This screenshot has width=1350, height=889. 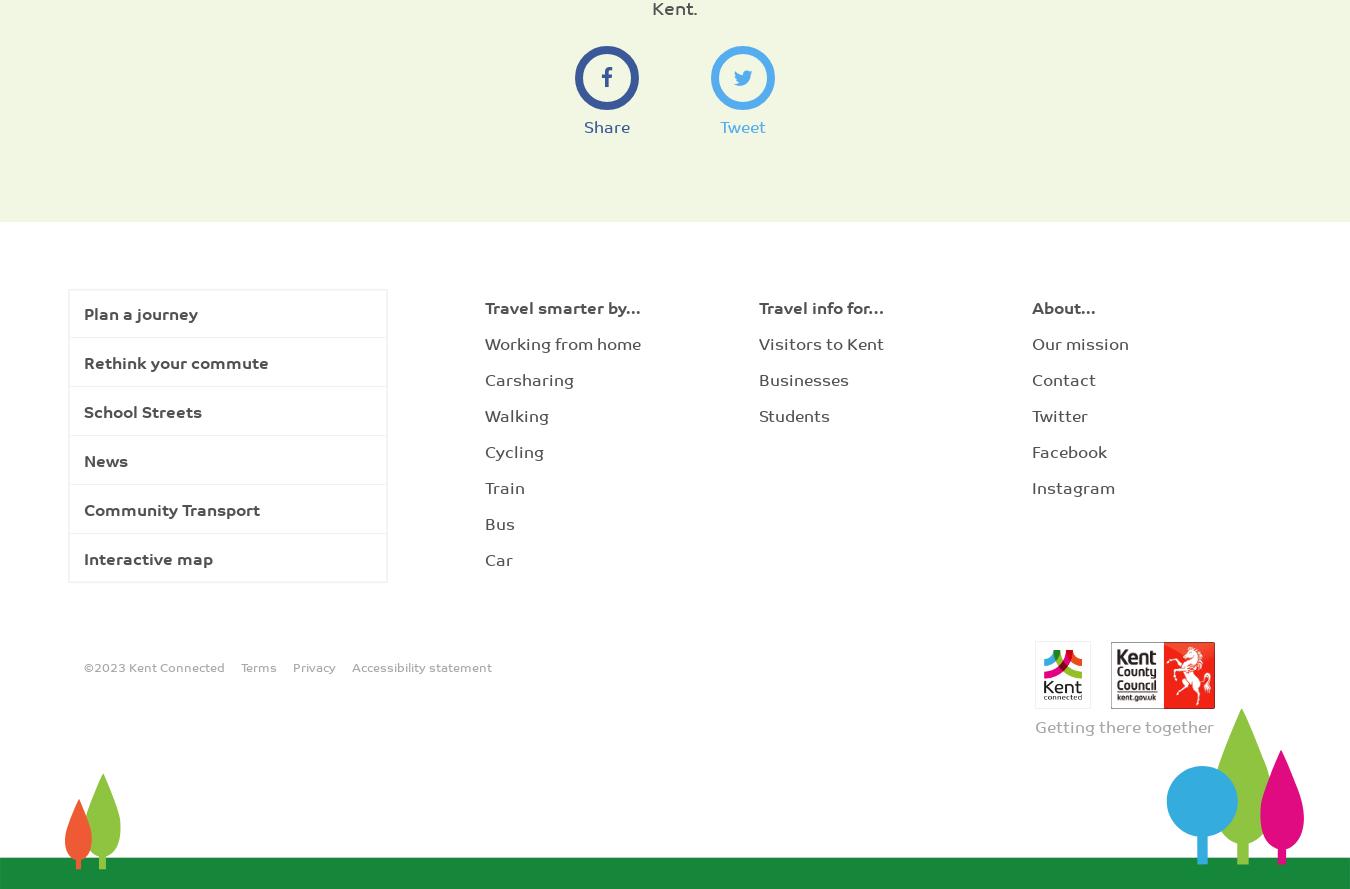 I want to click on 'Terms', so click(x=256, y=666).